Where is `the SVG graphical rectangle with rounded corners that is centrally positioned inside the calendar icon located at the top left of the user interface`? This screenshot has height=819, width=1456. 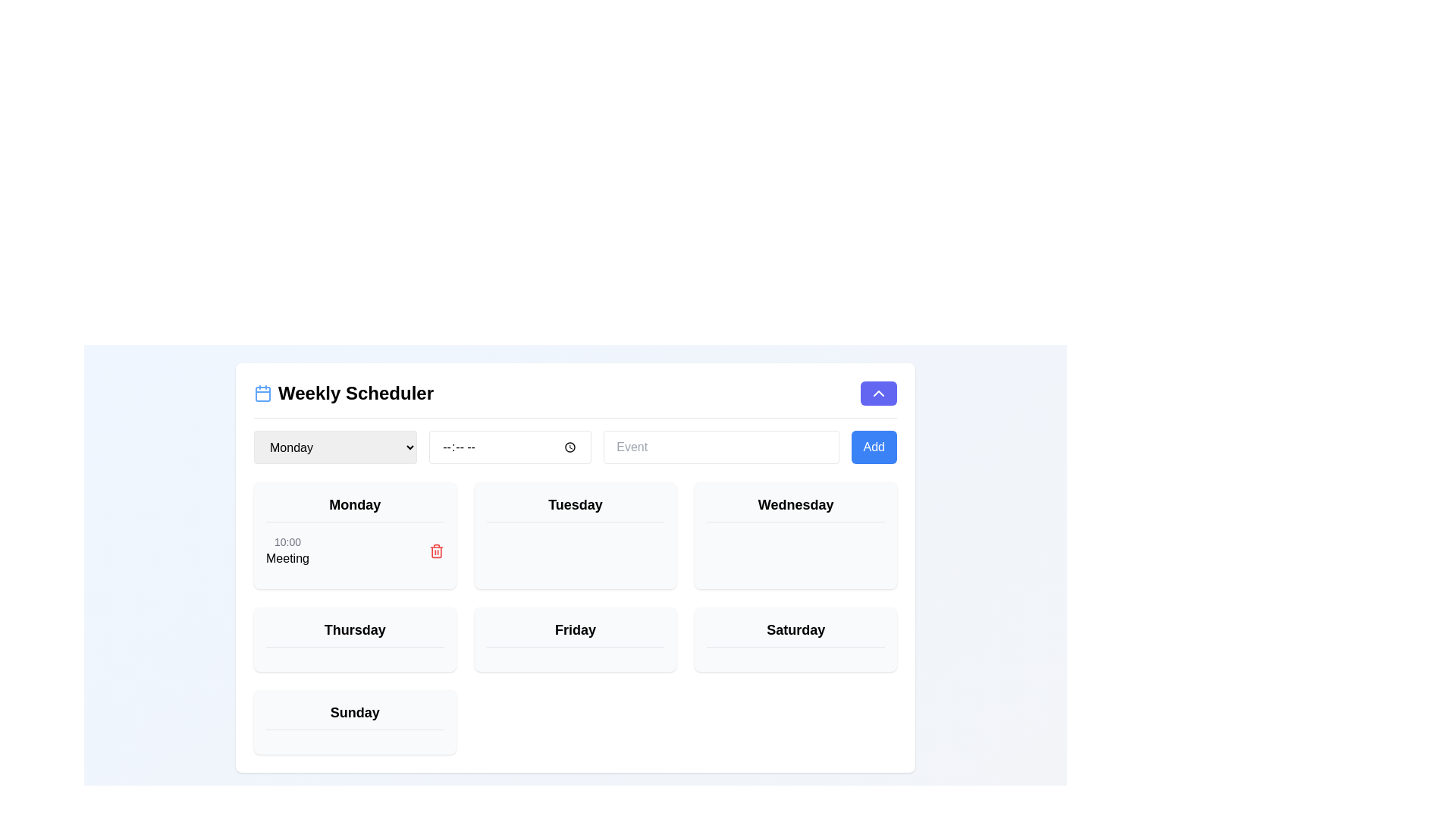 the SVG graphical rectangle with rounded corners that is centrally positioned inside the calendar icon located at the top left of the user interface is located at coordinates (262, 394).